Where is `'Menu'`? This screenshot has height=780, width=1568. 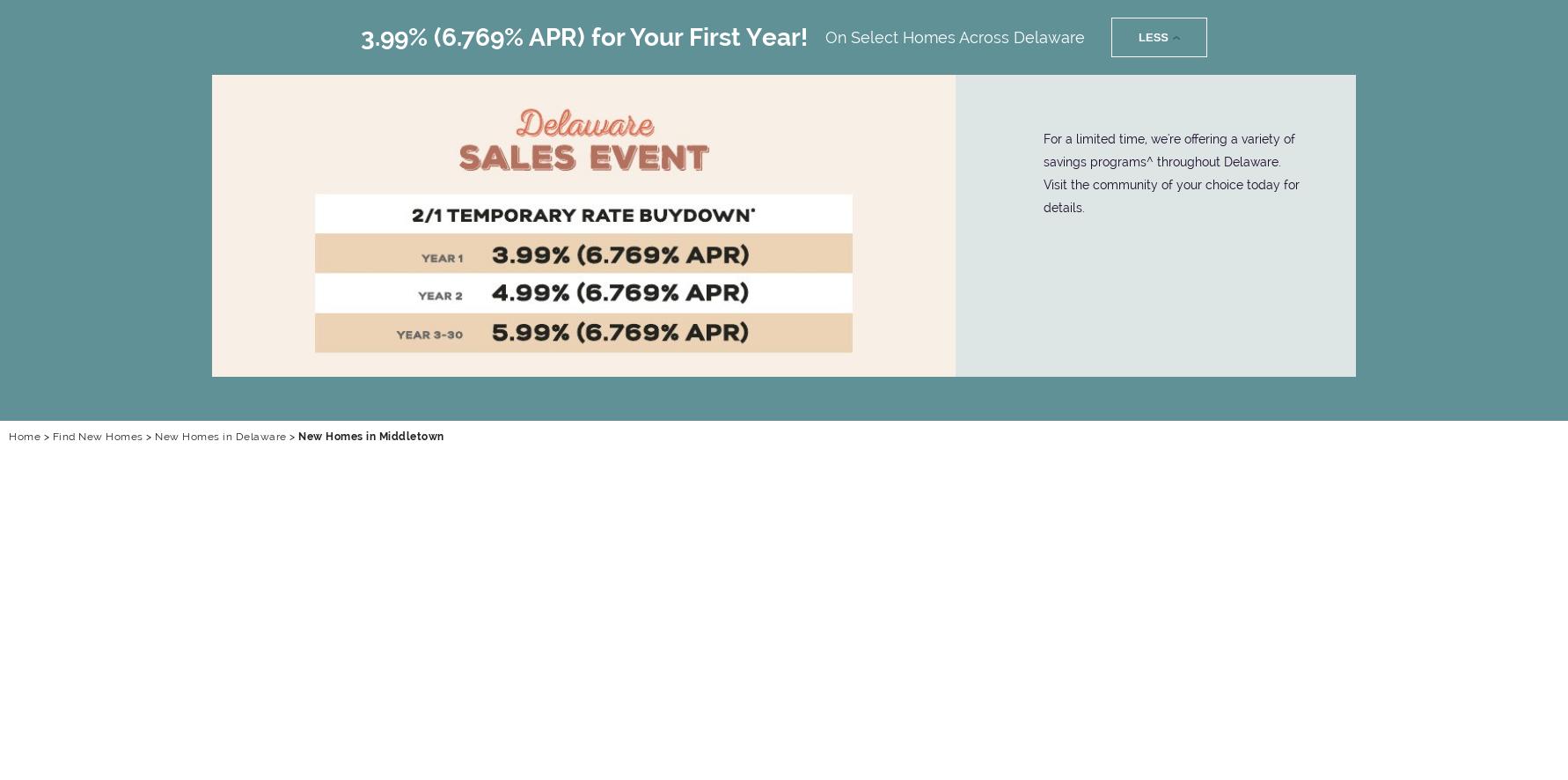 'Menu' is located at coordinates (87, 482).